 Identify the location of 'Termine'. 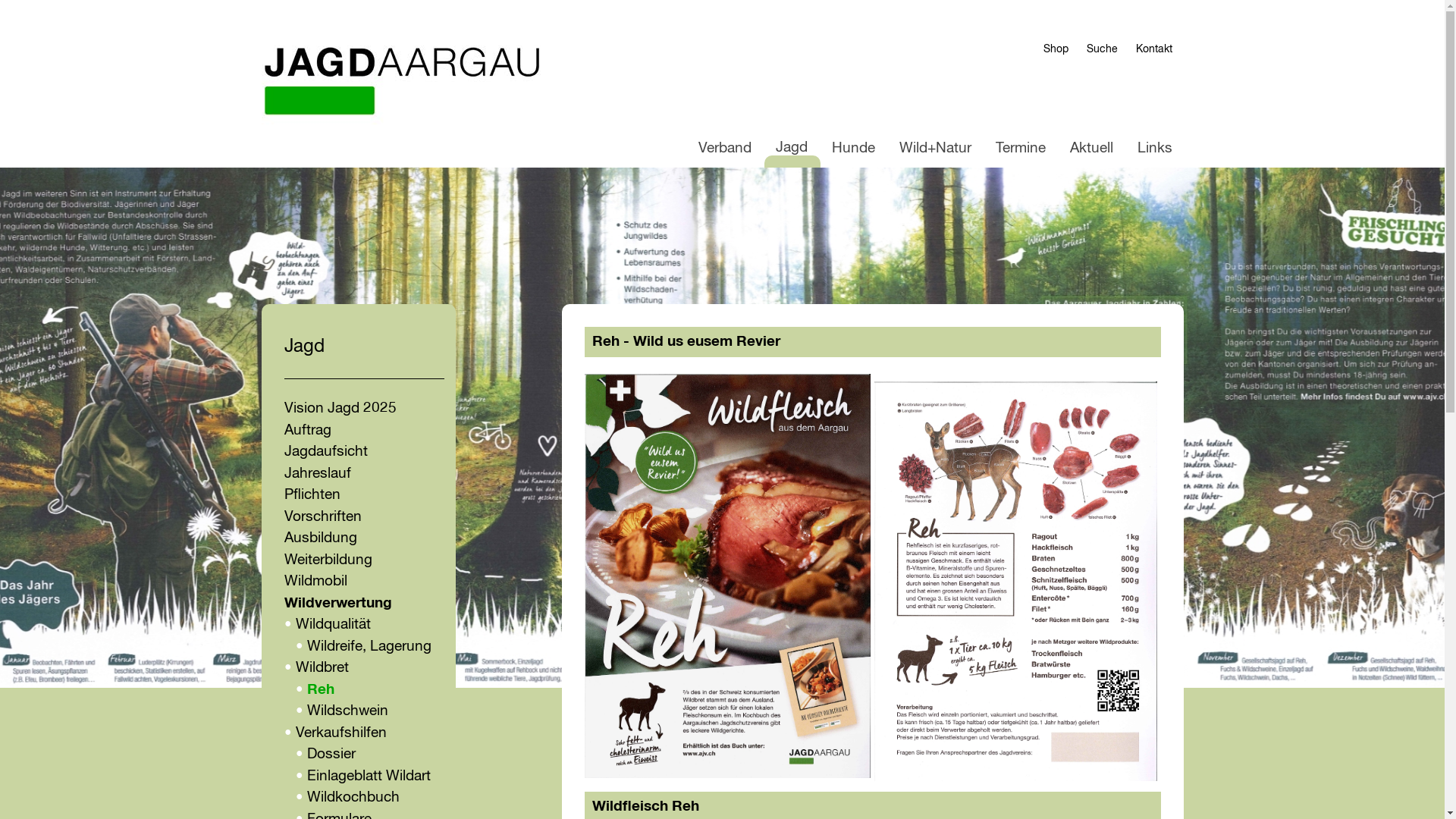
(1020, 149).